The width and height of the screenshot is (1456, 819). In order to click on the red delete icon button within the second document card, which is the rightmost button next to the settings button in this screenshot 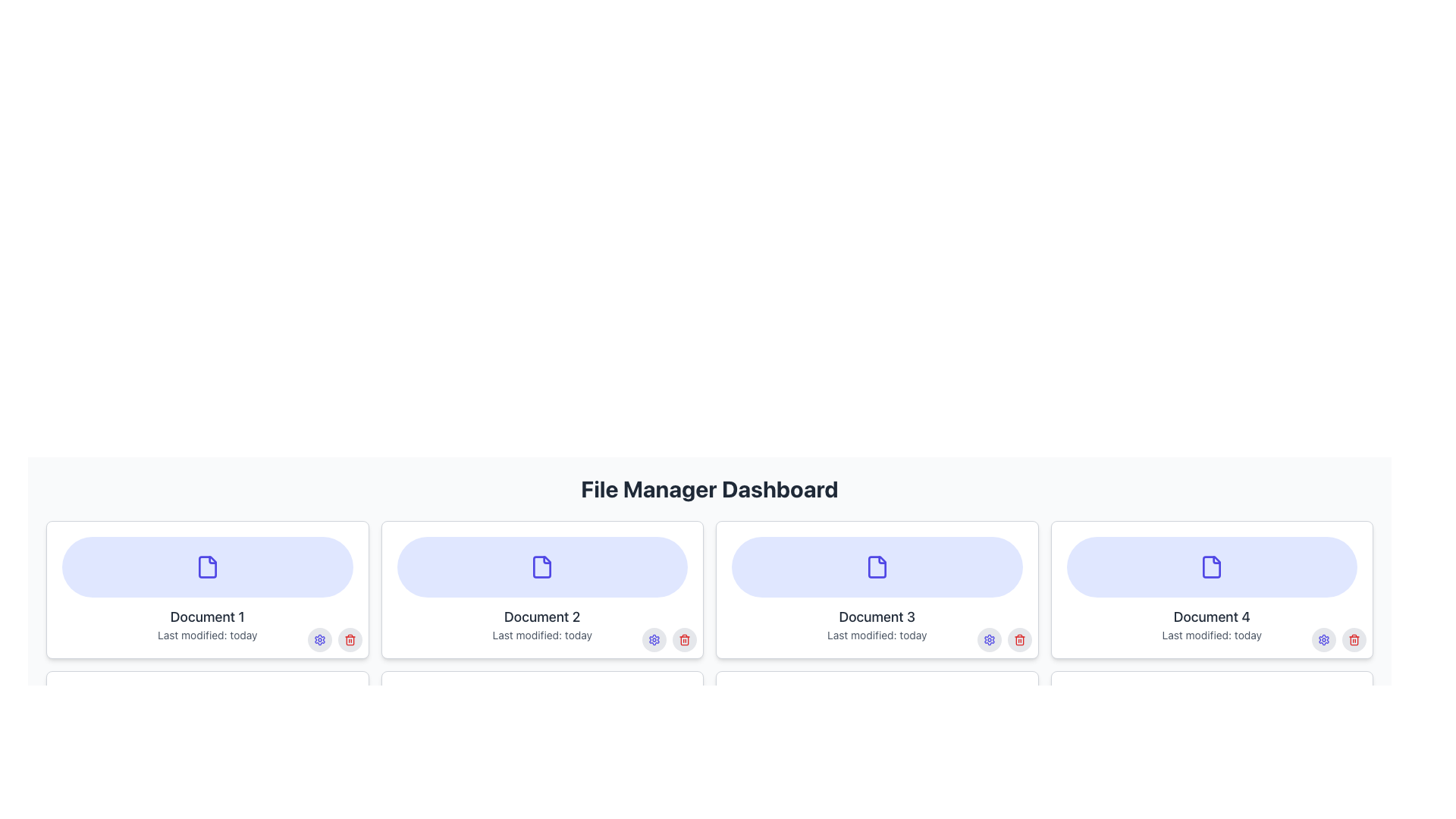, I will do `click(683, 789)`.